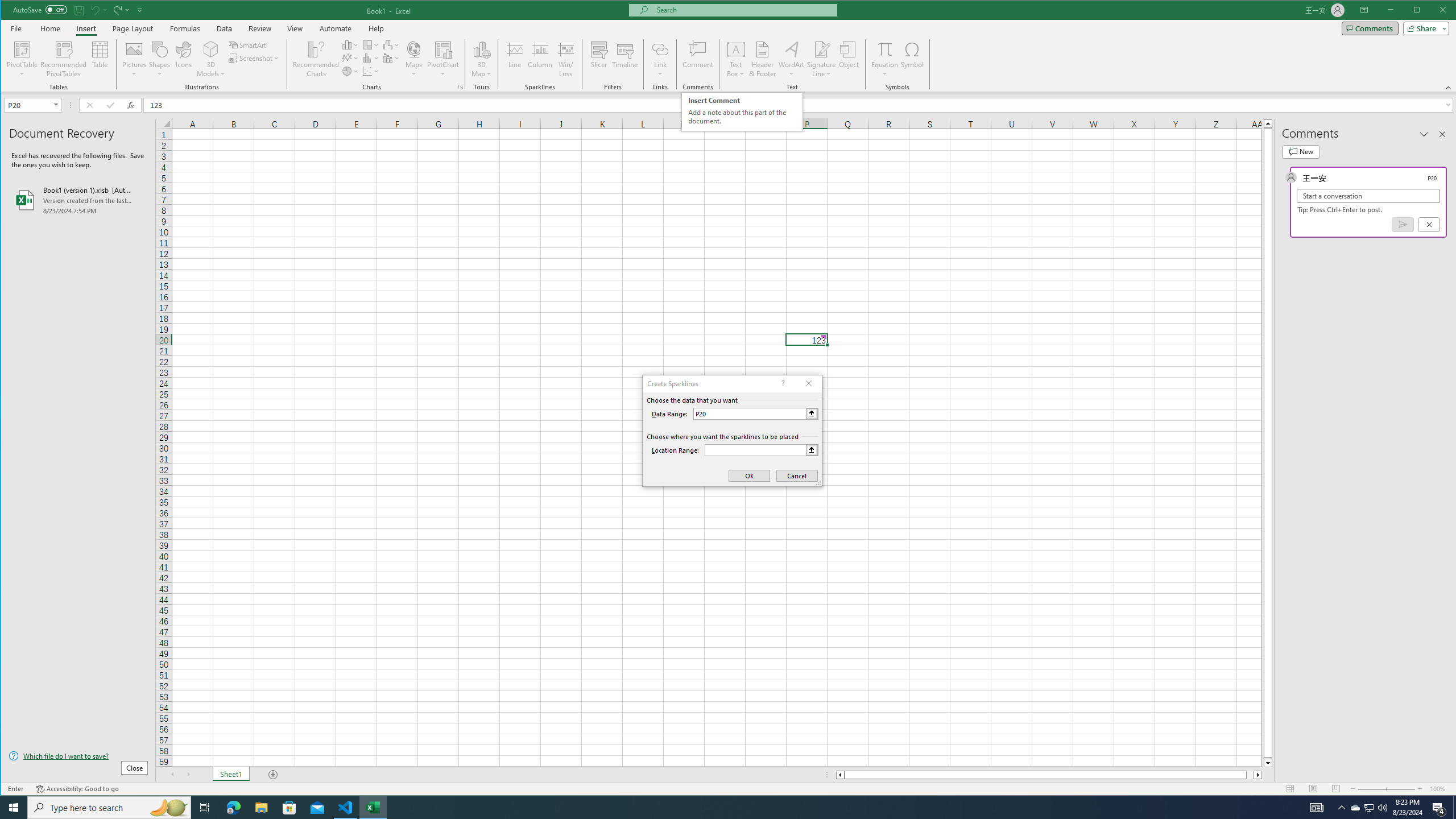 The height and width of the screenshot is (819, 1456). I want to click on 'Recommended PivotTables', so click(63, 59).